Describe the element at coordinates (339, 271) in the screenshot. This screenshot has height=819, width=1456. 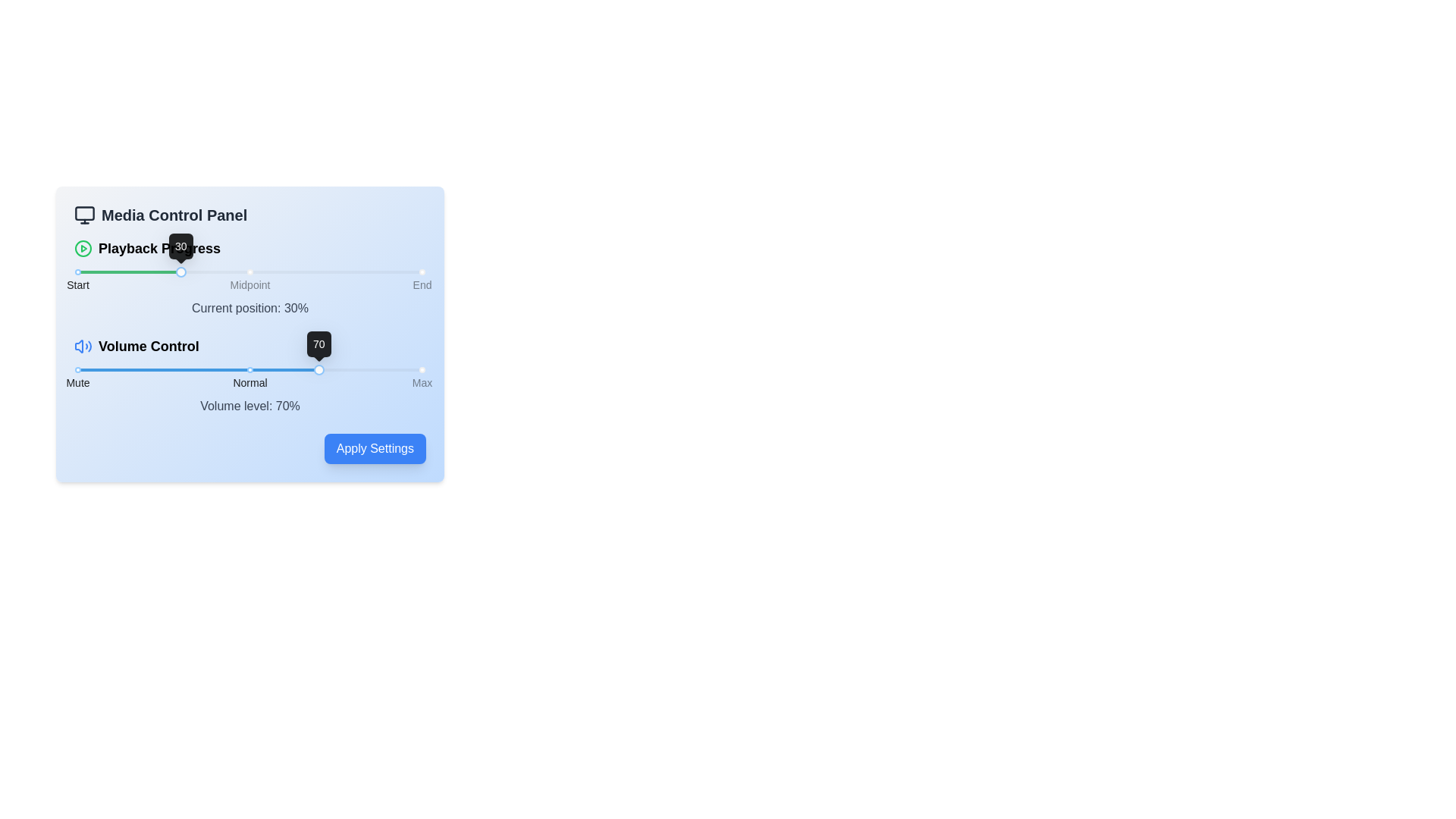
I see `playback position` at that location.